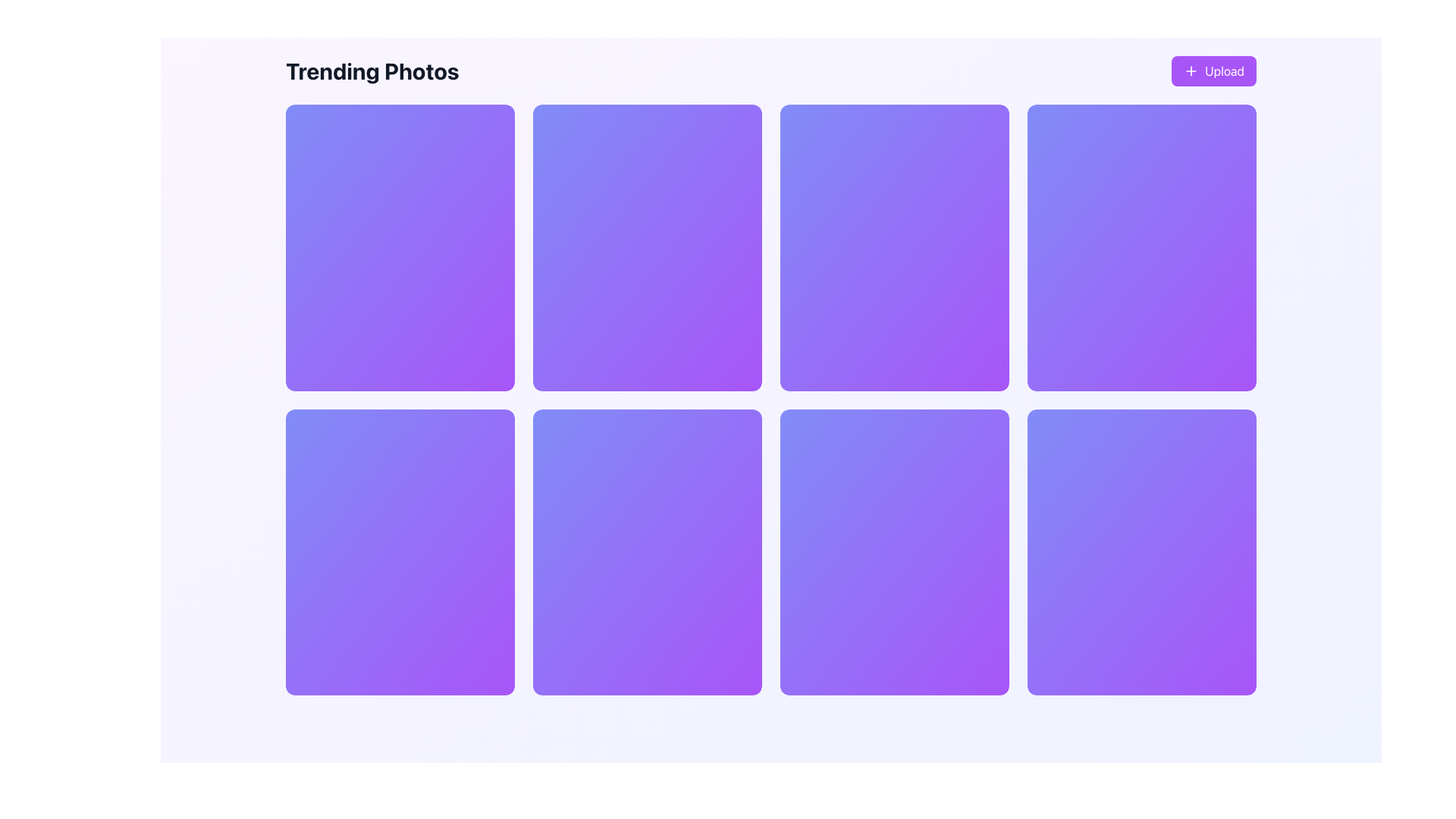 The image size is (1456, 819). I want to click on the action button located within the top-right corner of the bottom-right card in the grid layout, so click(1200, 432).